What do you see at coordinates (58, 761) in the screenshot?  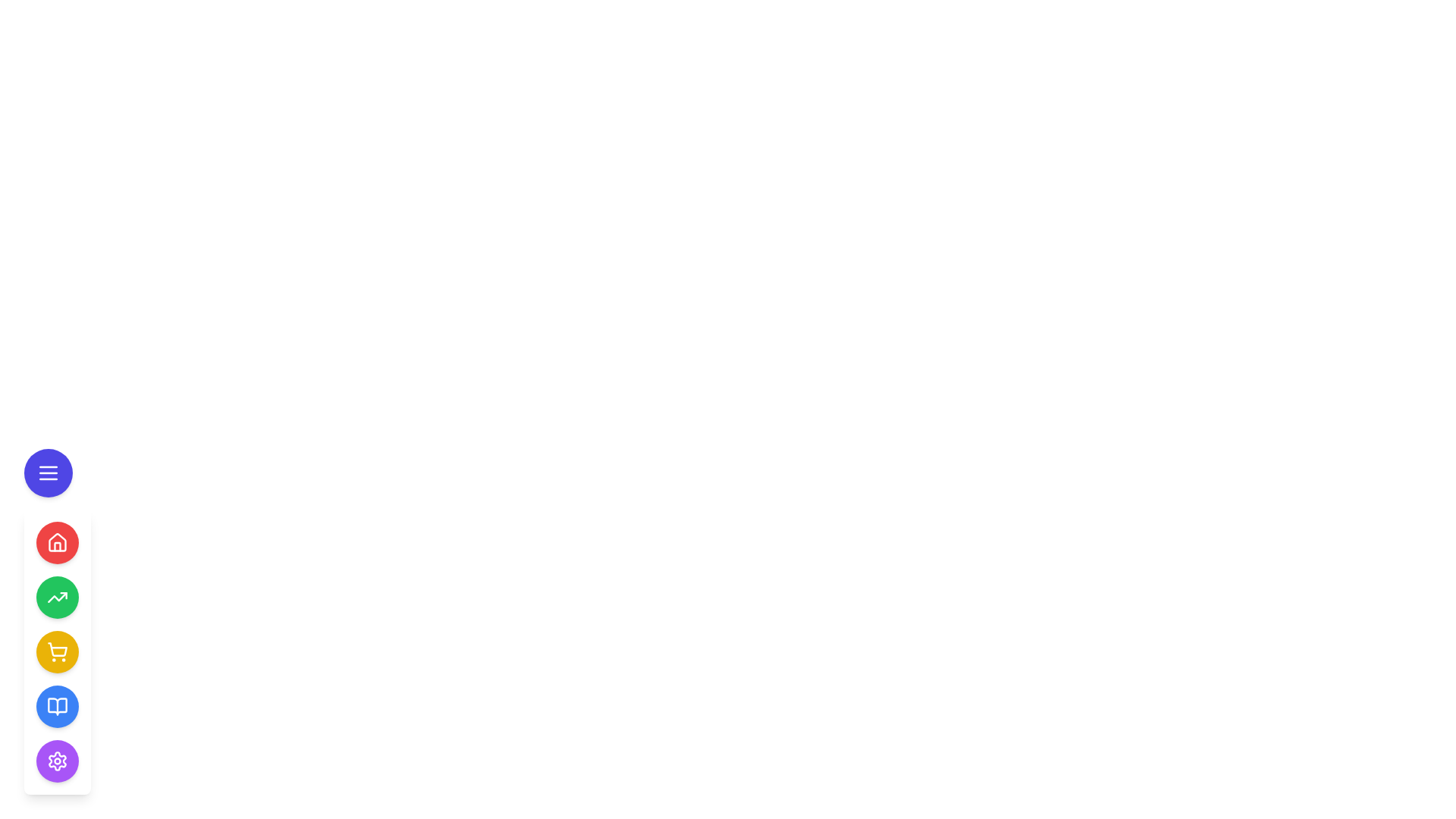 I see `the circular button with a purple background and white cogwheel icon located at the bottom of the vertical set of buttons in the left sidebar` at bounding box center [58, 761].